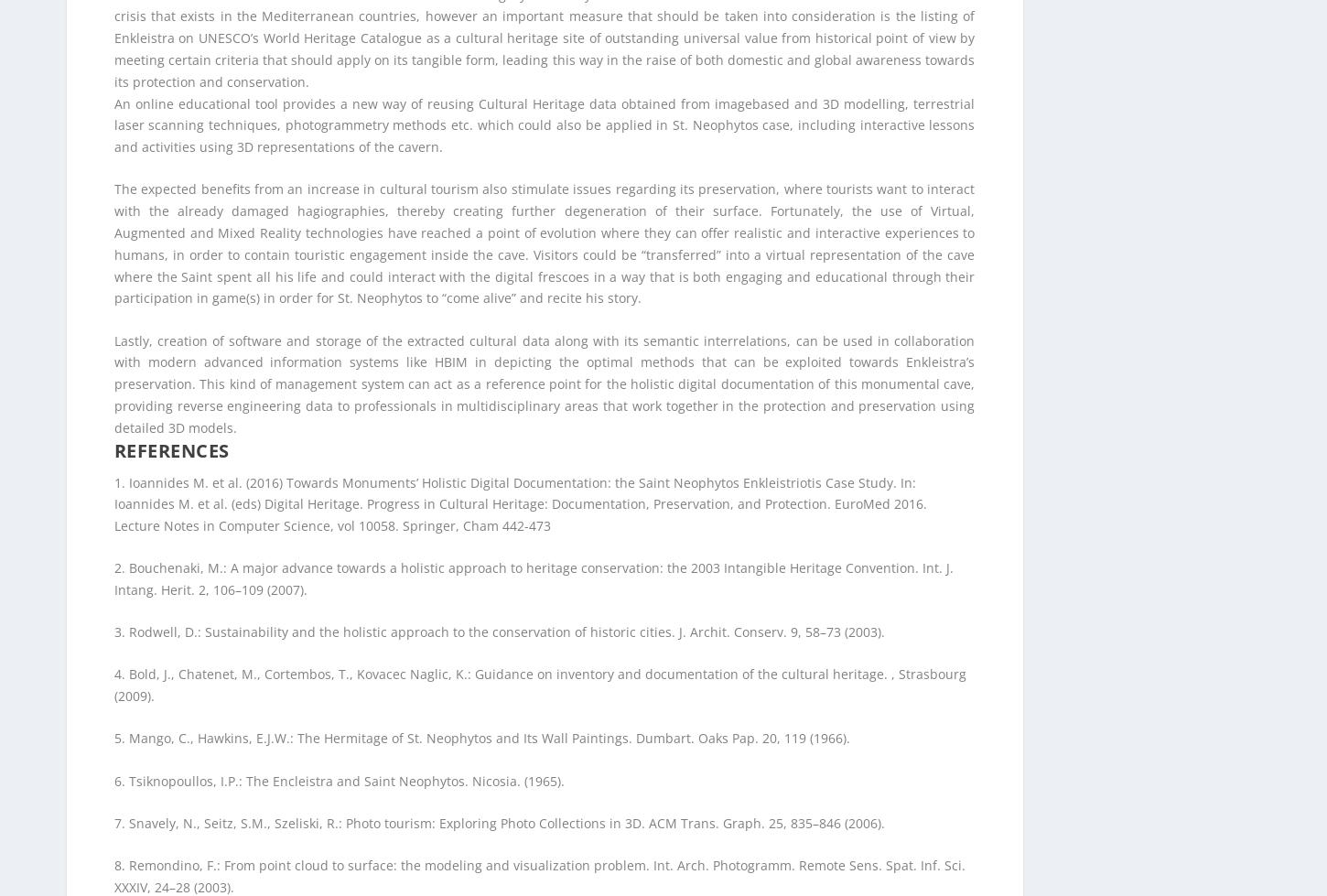 The height and width of the screenshot is (896, 1327). Describe the element at coordinates (112, 134) in the screenshot. I see `'7. Snavely, N., Seitz, S.M., Szeliski, R.: Photo tourism: Exploring Photo Collections in 3D. ACM Trans. Graph. 25, 835–846 (2006).'` at that location.